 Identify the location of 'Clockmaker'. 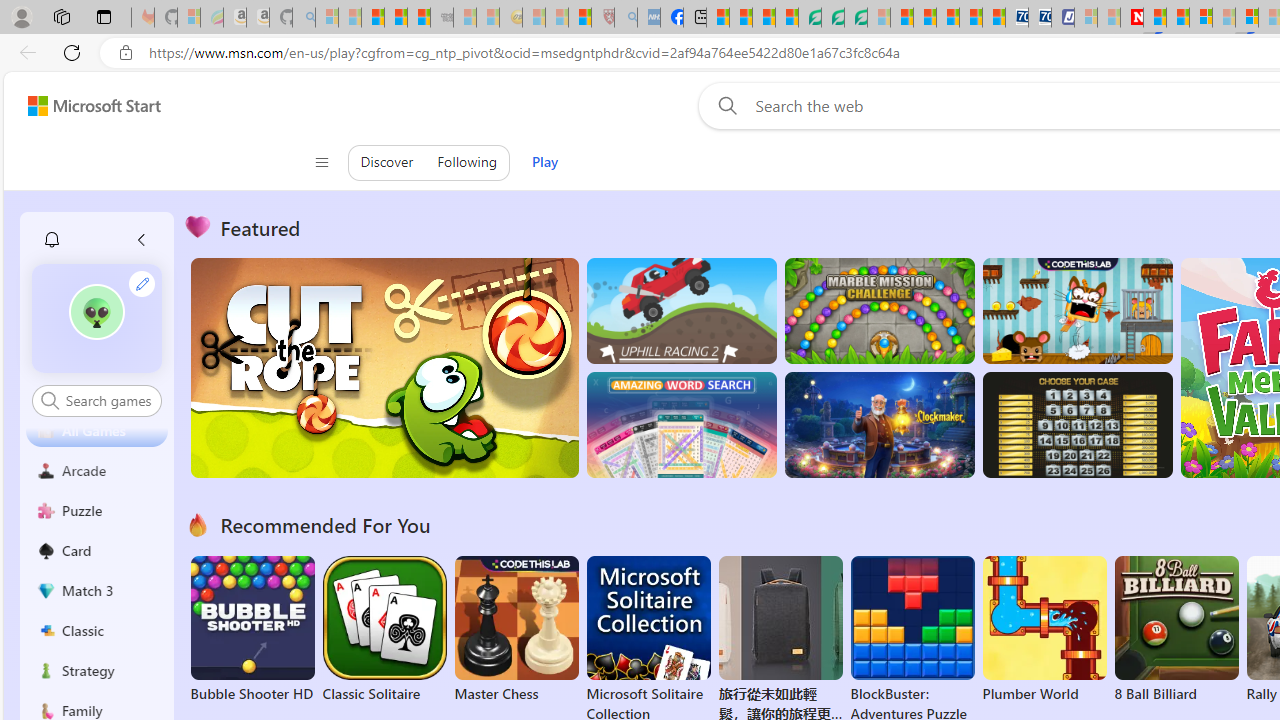
(879, 424).